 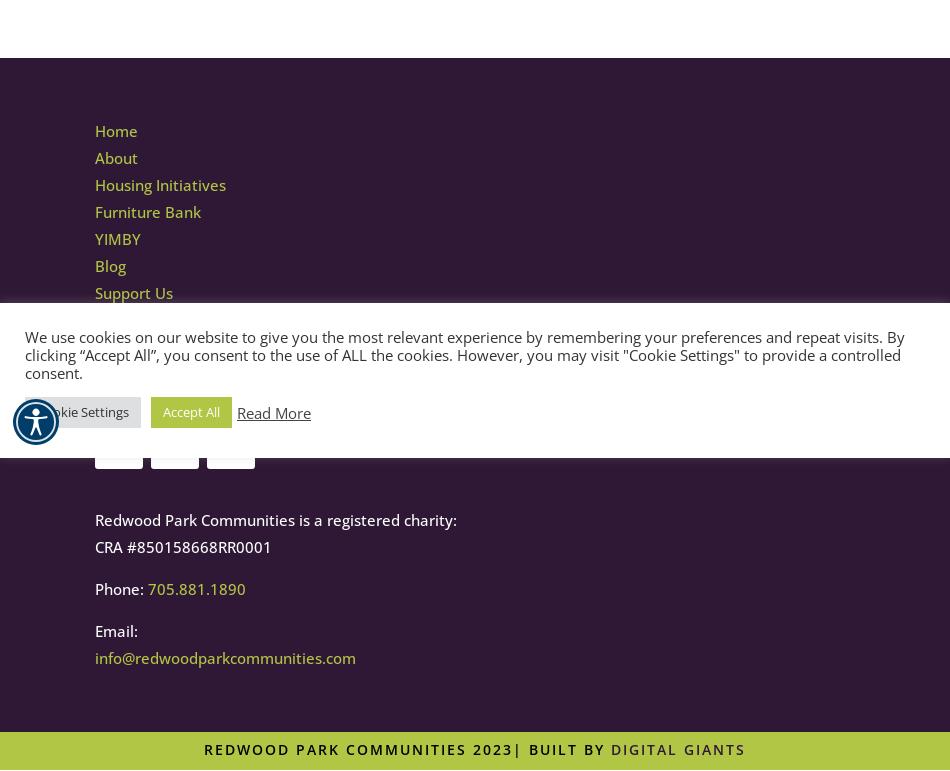 What do you see at coordinates (272, 411) in the screenshot?
I see `'Read More'` at bounding box center [272, 411].